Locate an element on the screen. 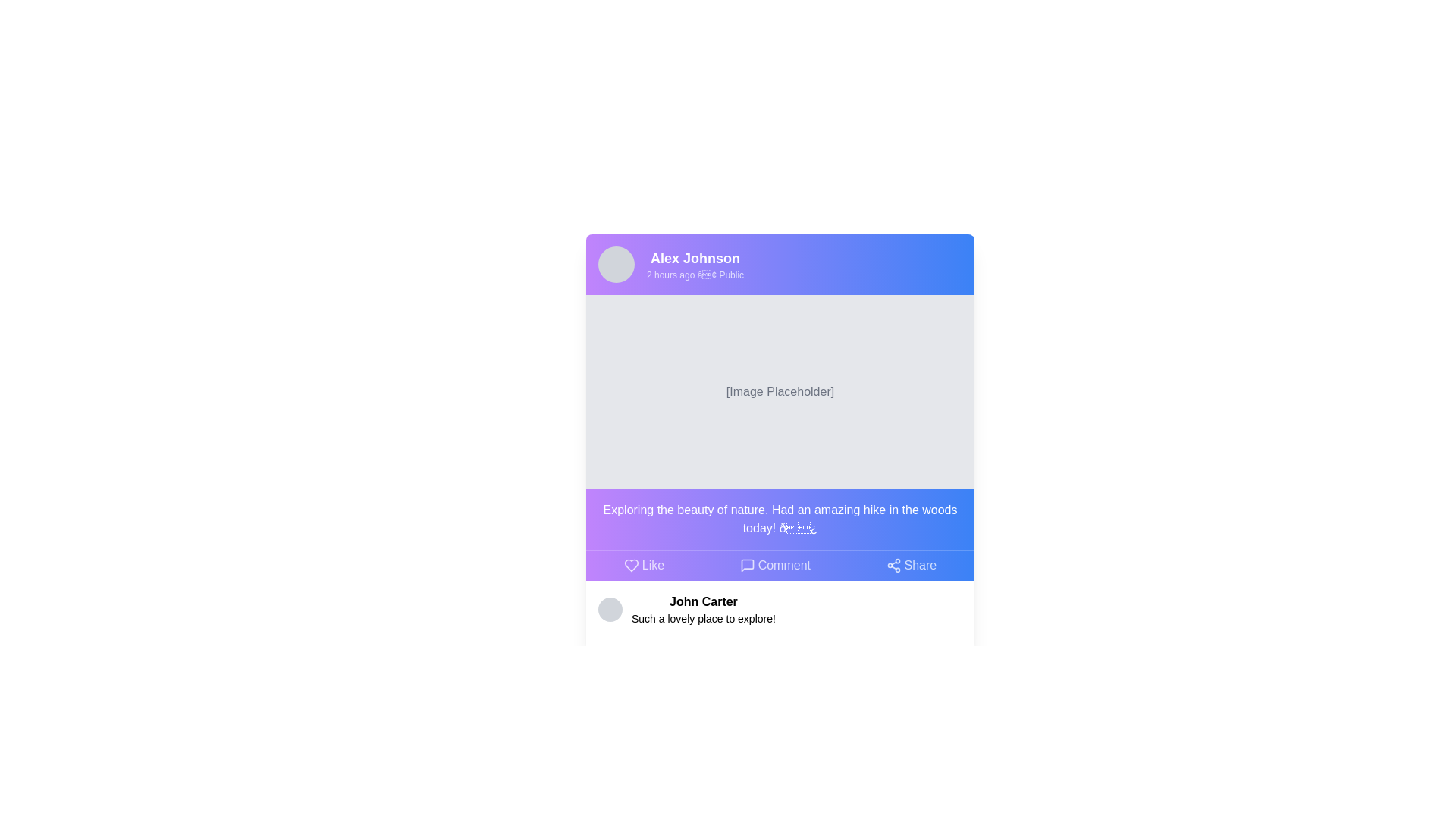 This screenshot has width=1456, height=819. the text label displaying the name 'John Carter', styled in bold black font, located near the bottom left of the UI, above the comment 'Such a lovely place is located at coordinates (702, 601).